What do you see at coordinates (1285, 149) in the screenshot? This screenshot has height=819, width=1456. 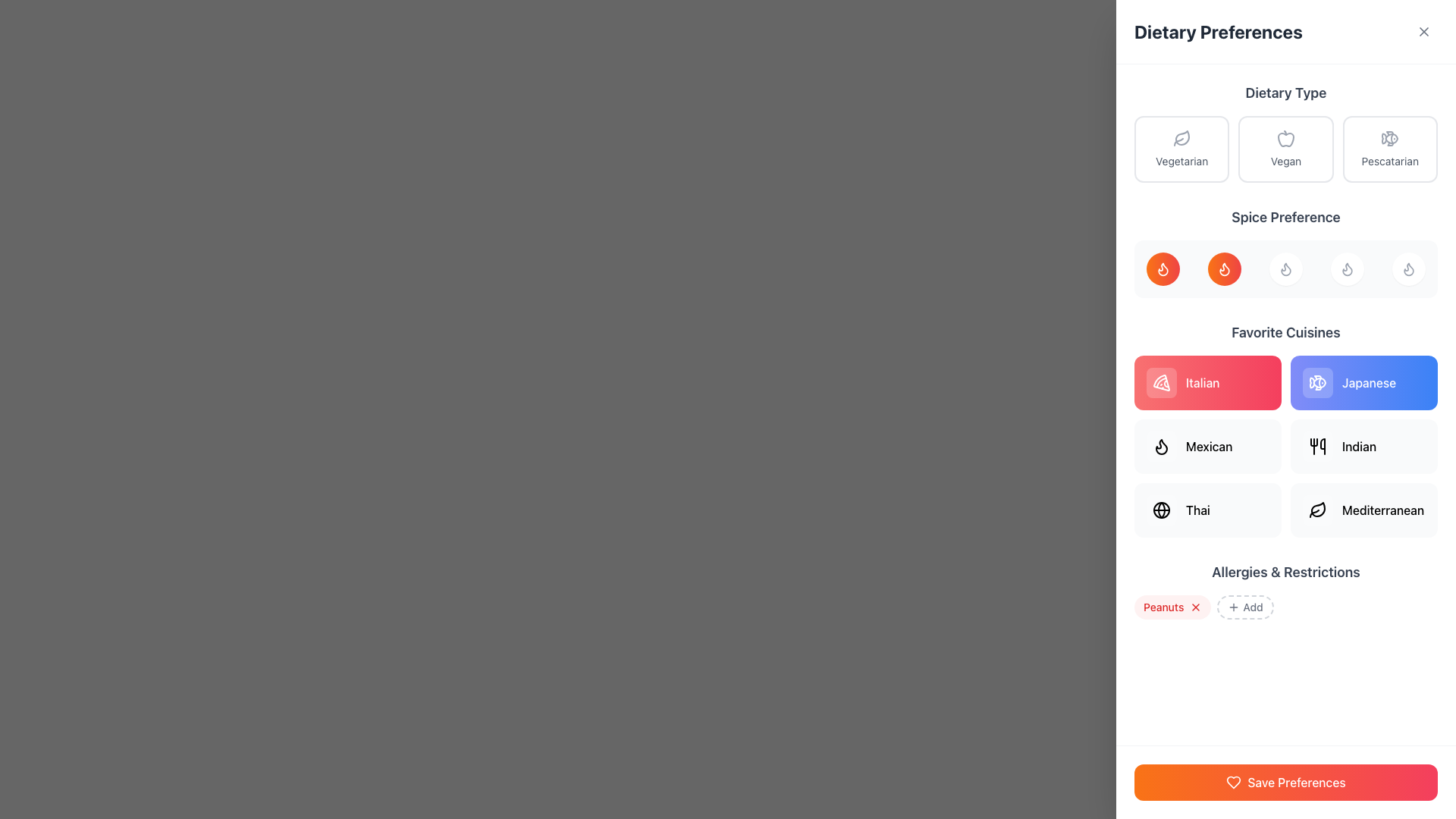 I see `the 'Vegan' dietary type button located centrally between the 'Vegetarian' and 'Pescatarian' buttons in the Dietary Type section of the modal` at bounding box center [1285, 149].